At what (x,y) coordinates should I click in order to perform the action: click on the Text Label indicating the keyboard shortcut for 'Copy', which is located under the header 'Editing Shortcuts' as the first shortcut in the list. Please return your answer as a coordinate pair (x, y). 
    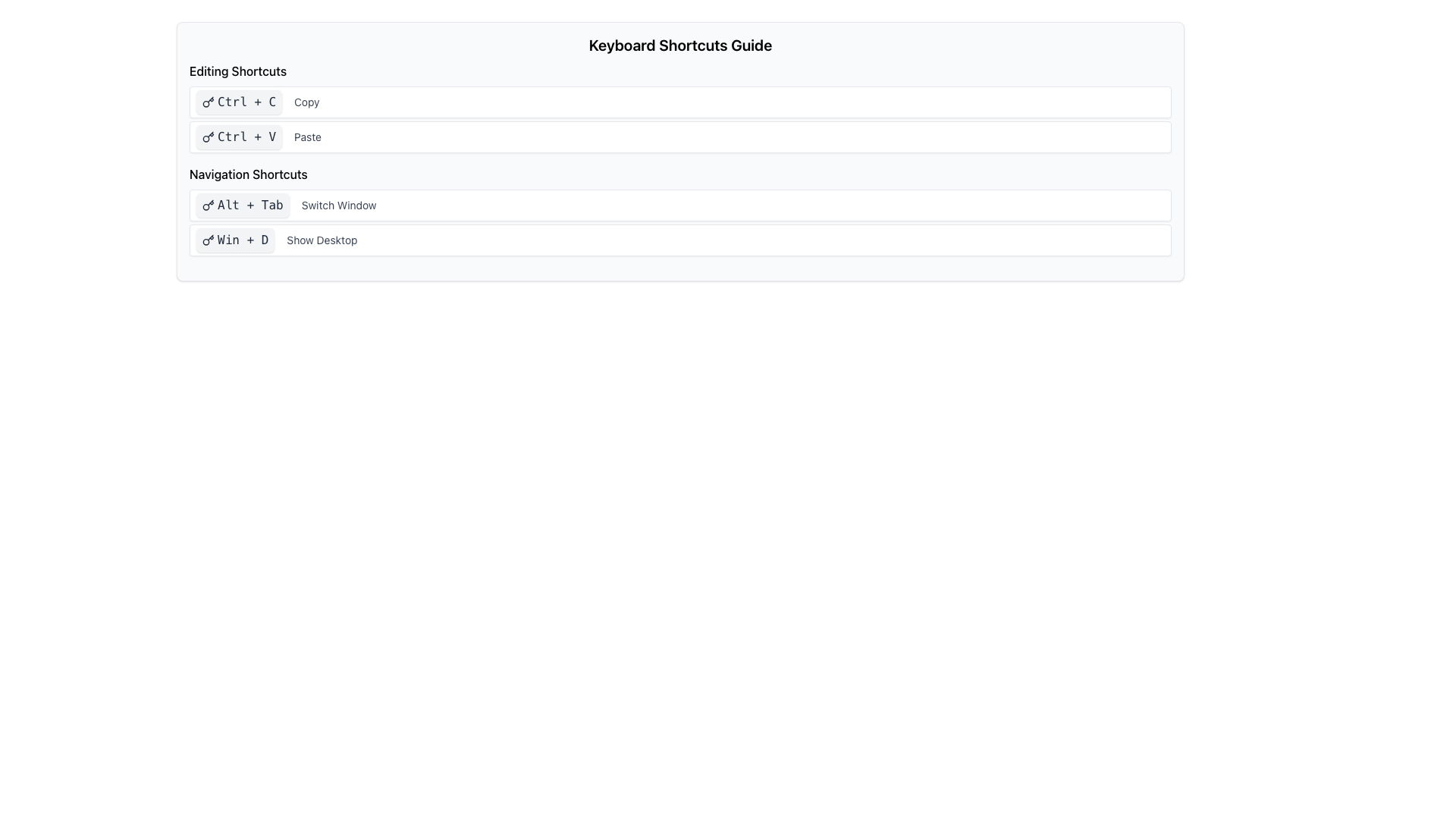
    Looking at the image, I should click on (246, 102).